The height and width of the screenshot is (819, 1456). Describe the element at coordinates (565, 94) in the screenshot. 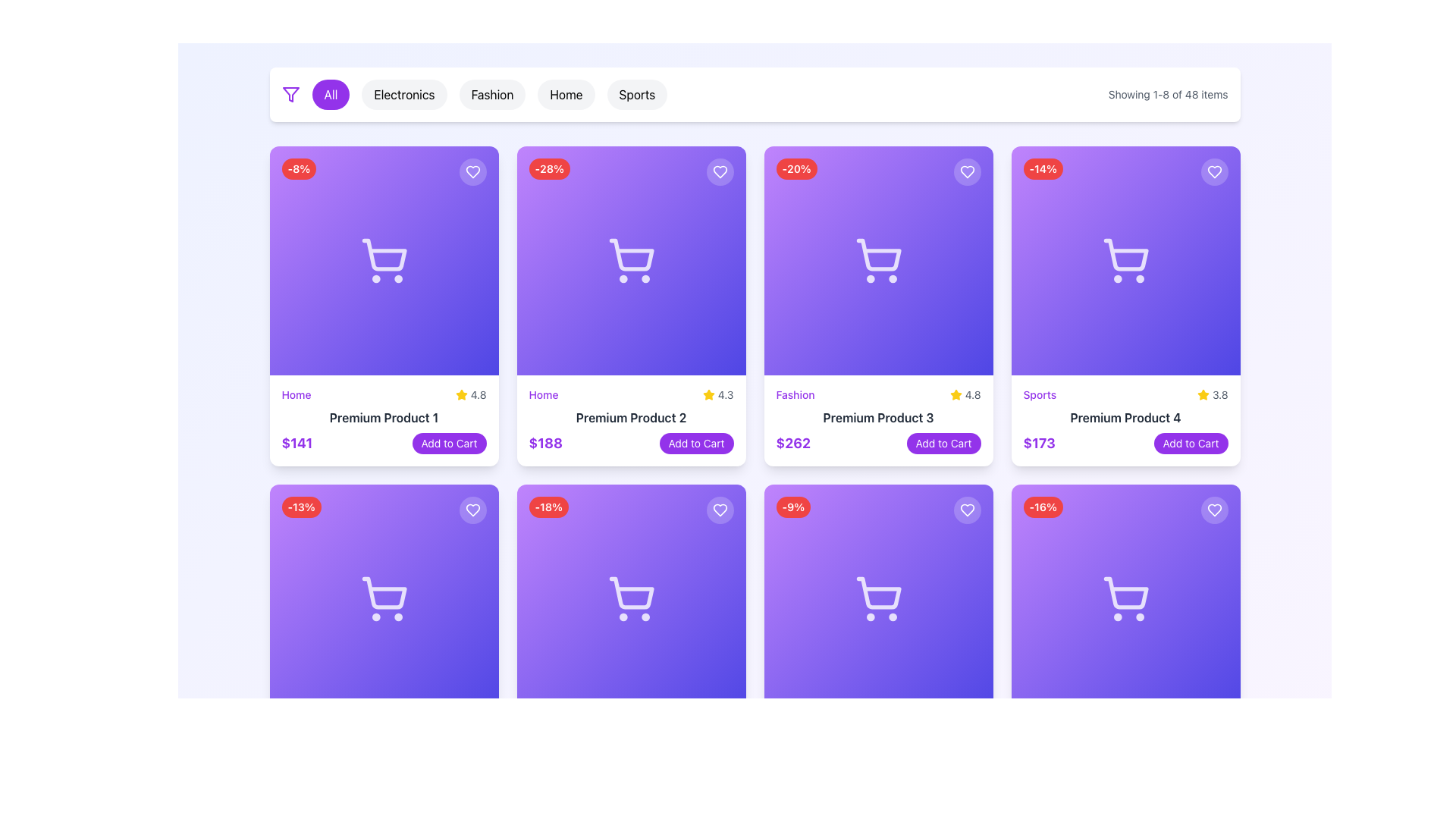

I see `the category navigation button for 'Home', which is the fourth button from the left in the middle-right of the row` at that location.